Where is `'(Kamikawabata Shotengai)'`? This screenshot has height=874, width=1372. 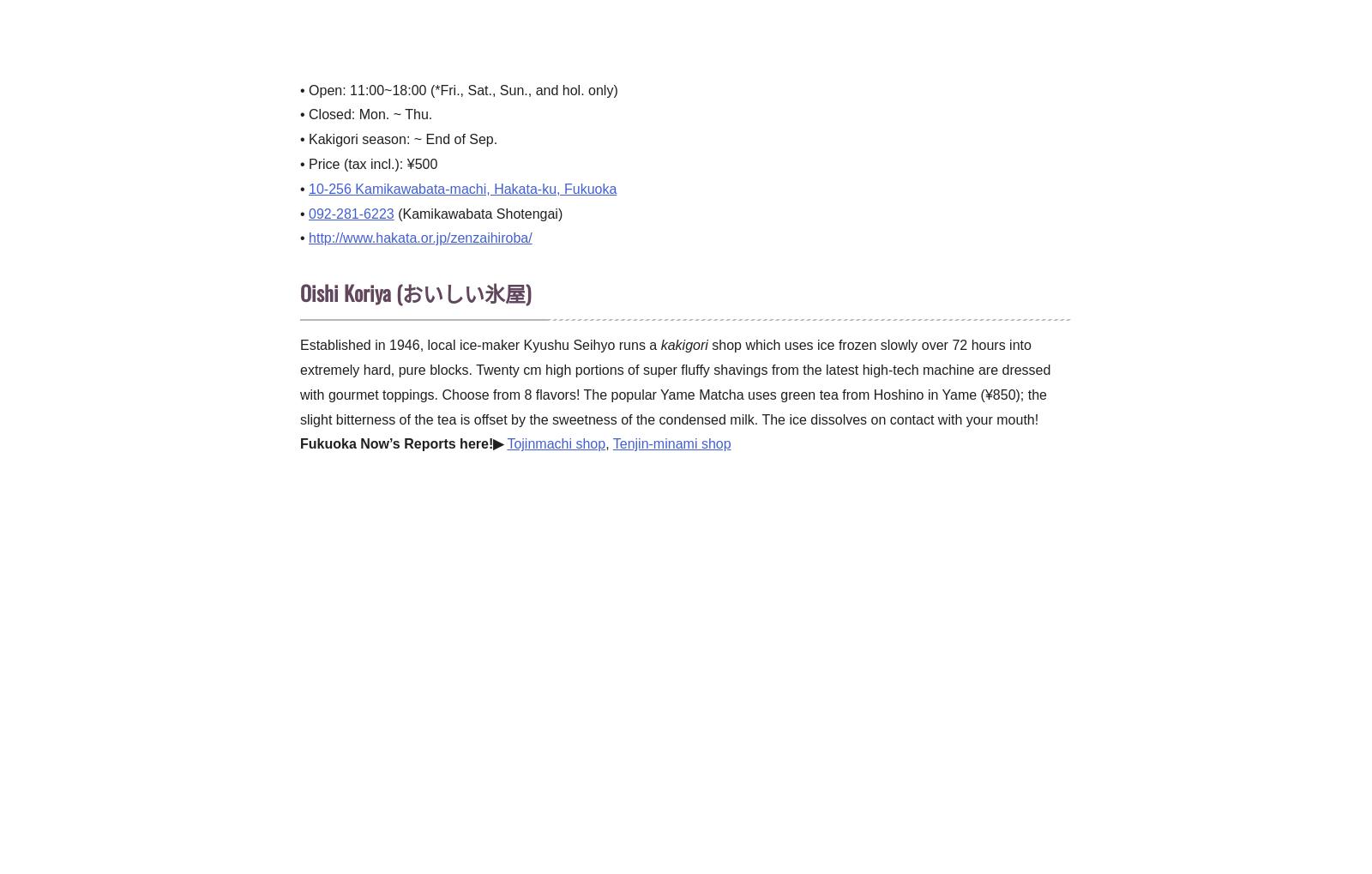
'(Kamikawabata Shotengai)' is located at coordinates (477, 213).